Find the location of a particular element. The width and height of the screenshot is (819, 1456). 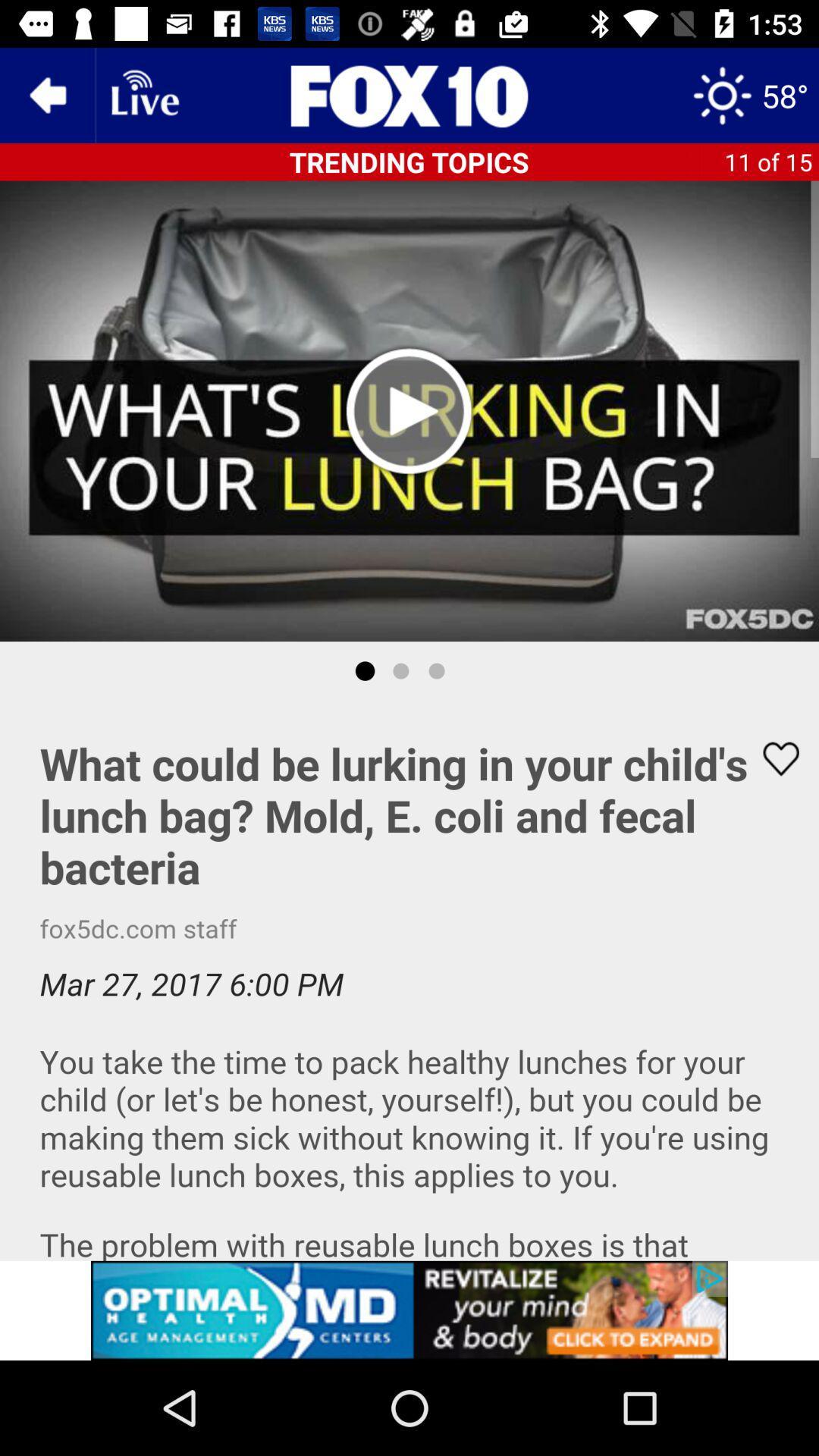

advertisement is located at coordinates (409, 981).